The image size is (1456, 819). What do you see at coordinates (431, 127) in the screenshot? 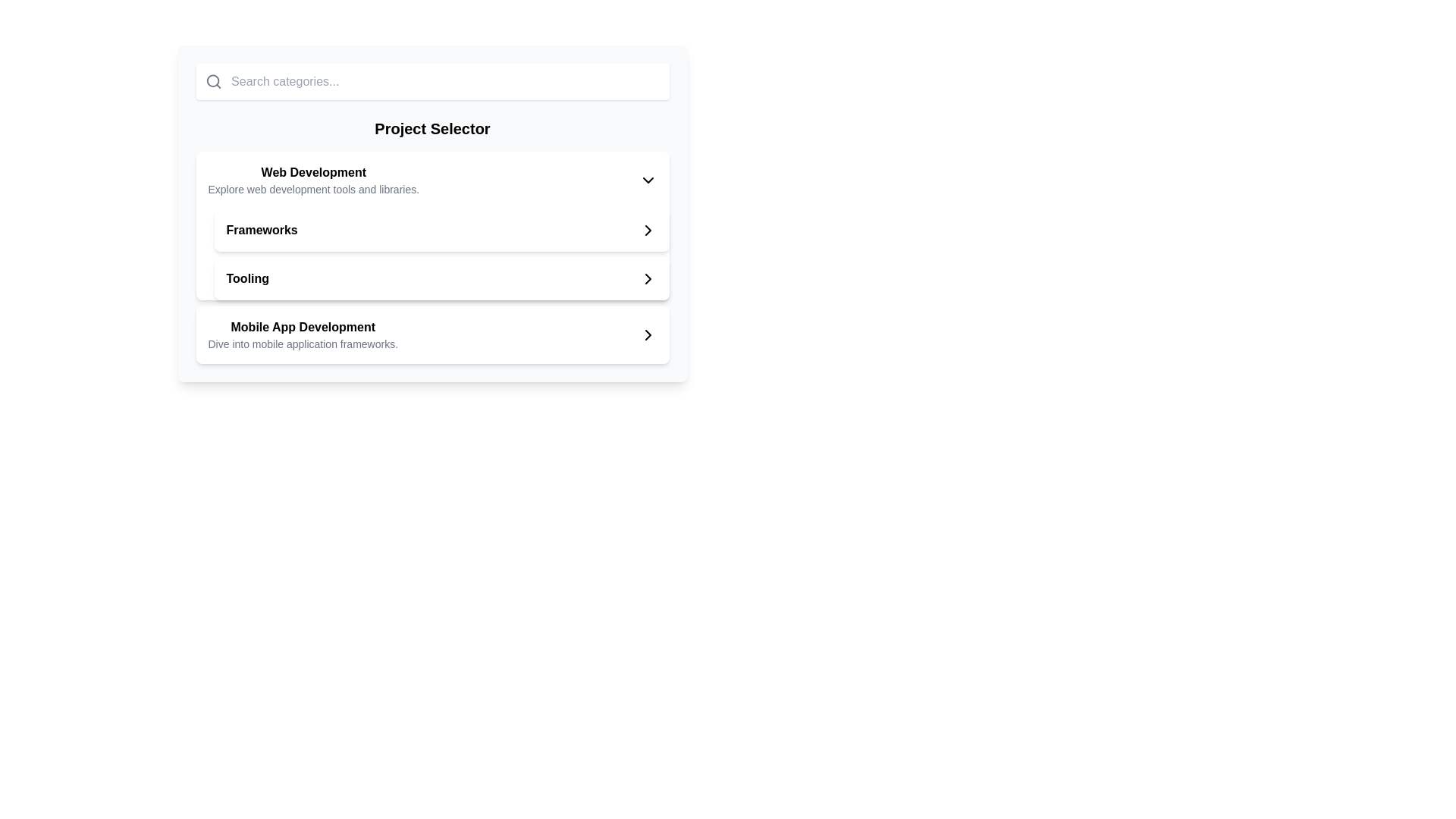
I see `prominent text label 'Project Selector' which is bold and distinct, located beneath the search bar` at bounding box center [431, 127].